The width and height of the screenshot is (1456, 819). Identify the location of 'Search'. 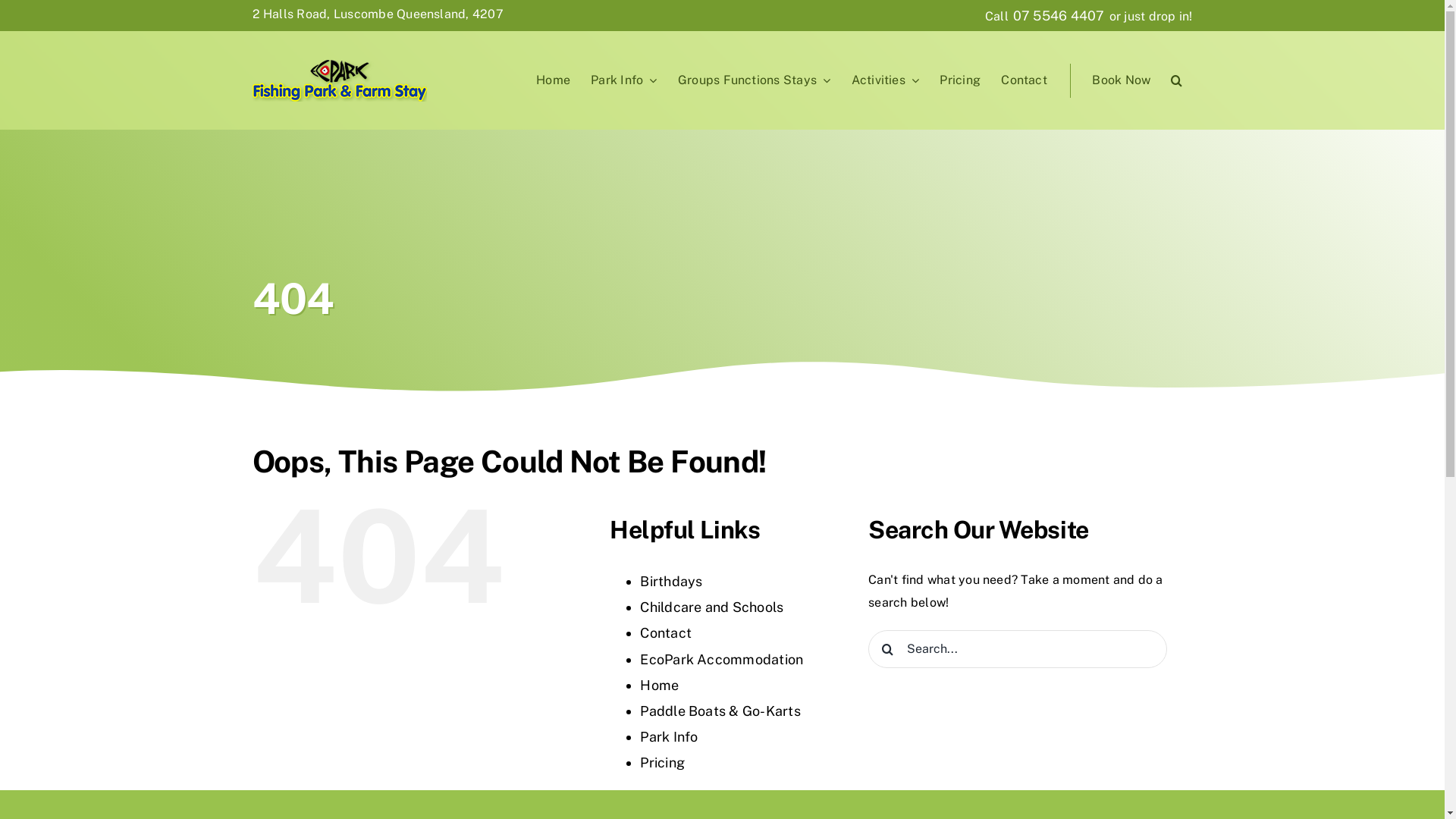
(1176, 80).